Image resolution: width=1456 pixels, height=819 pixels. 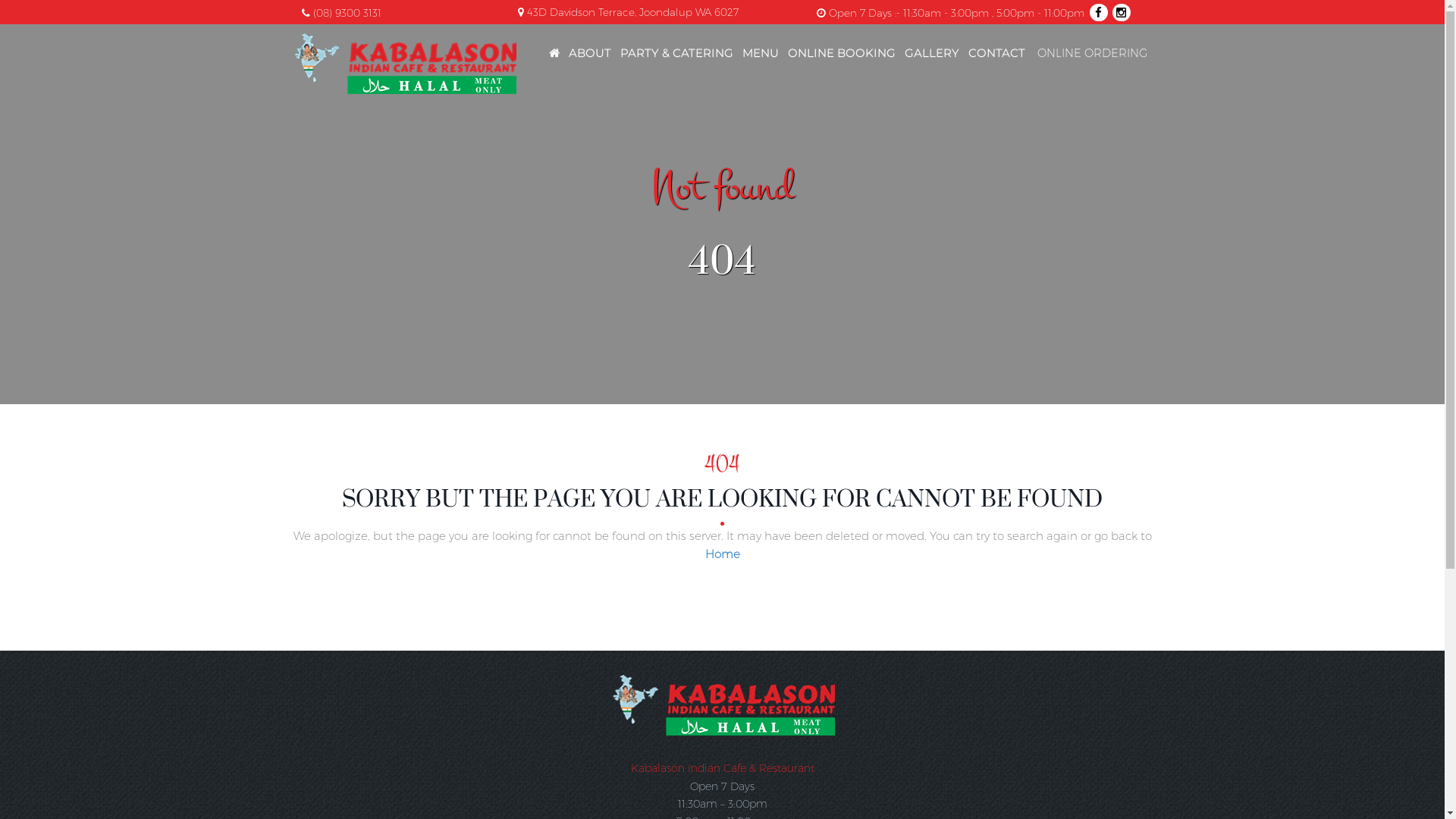 What do you see at coordinates (760, 52) in the screenshot?
I see `'MENU'` at bounding box center [760, 52].